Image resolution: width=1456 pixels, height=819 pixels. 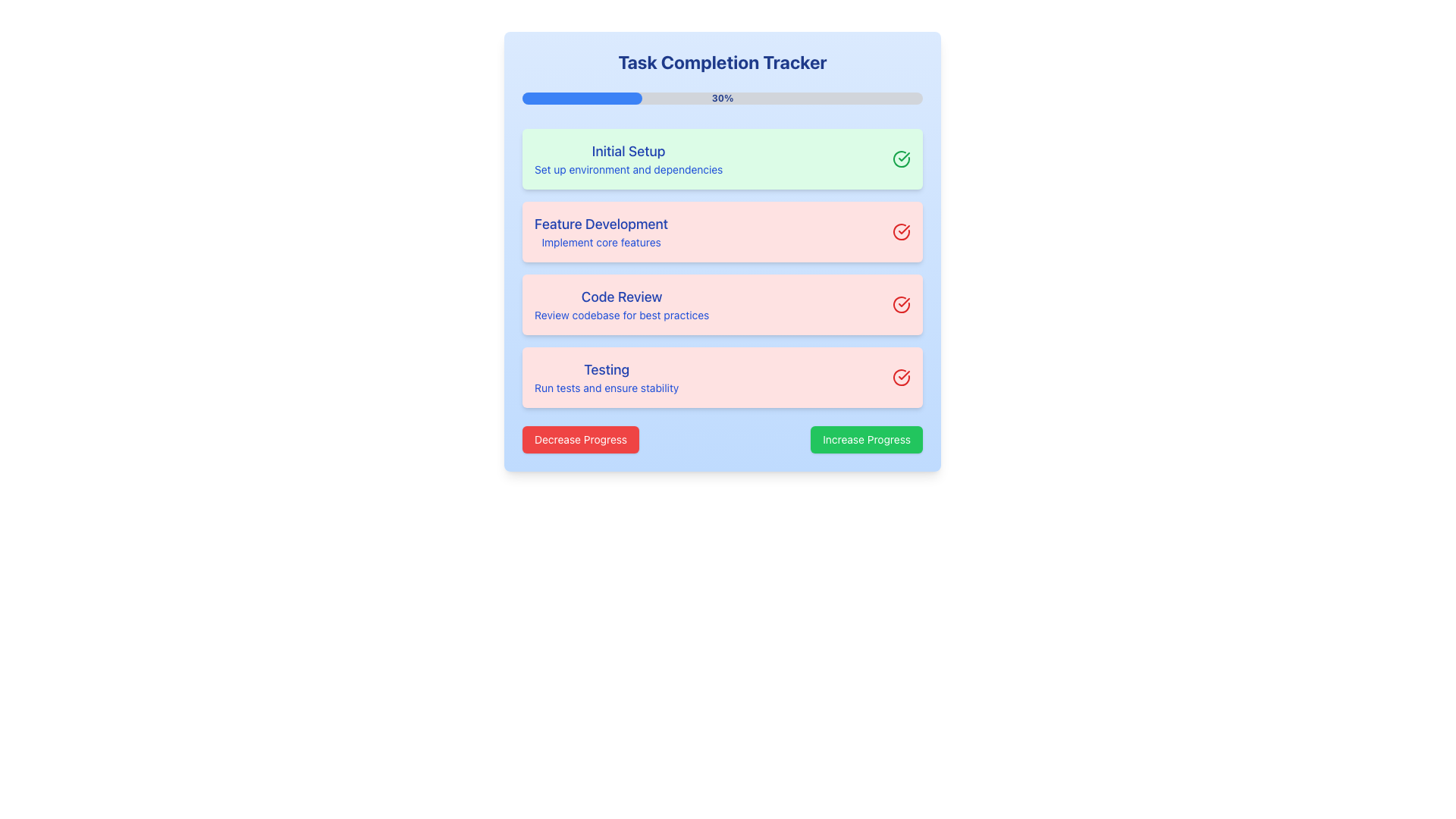 What do you see at coordinates (902, 158) in the screenshot?
I see `the green circular checkmark icon indicating a completed task in the 'Initial Setup' task row of the progress tracker interface` at bounding box center [902, 158].